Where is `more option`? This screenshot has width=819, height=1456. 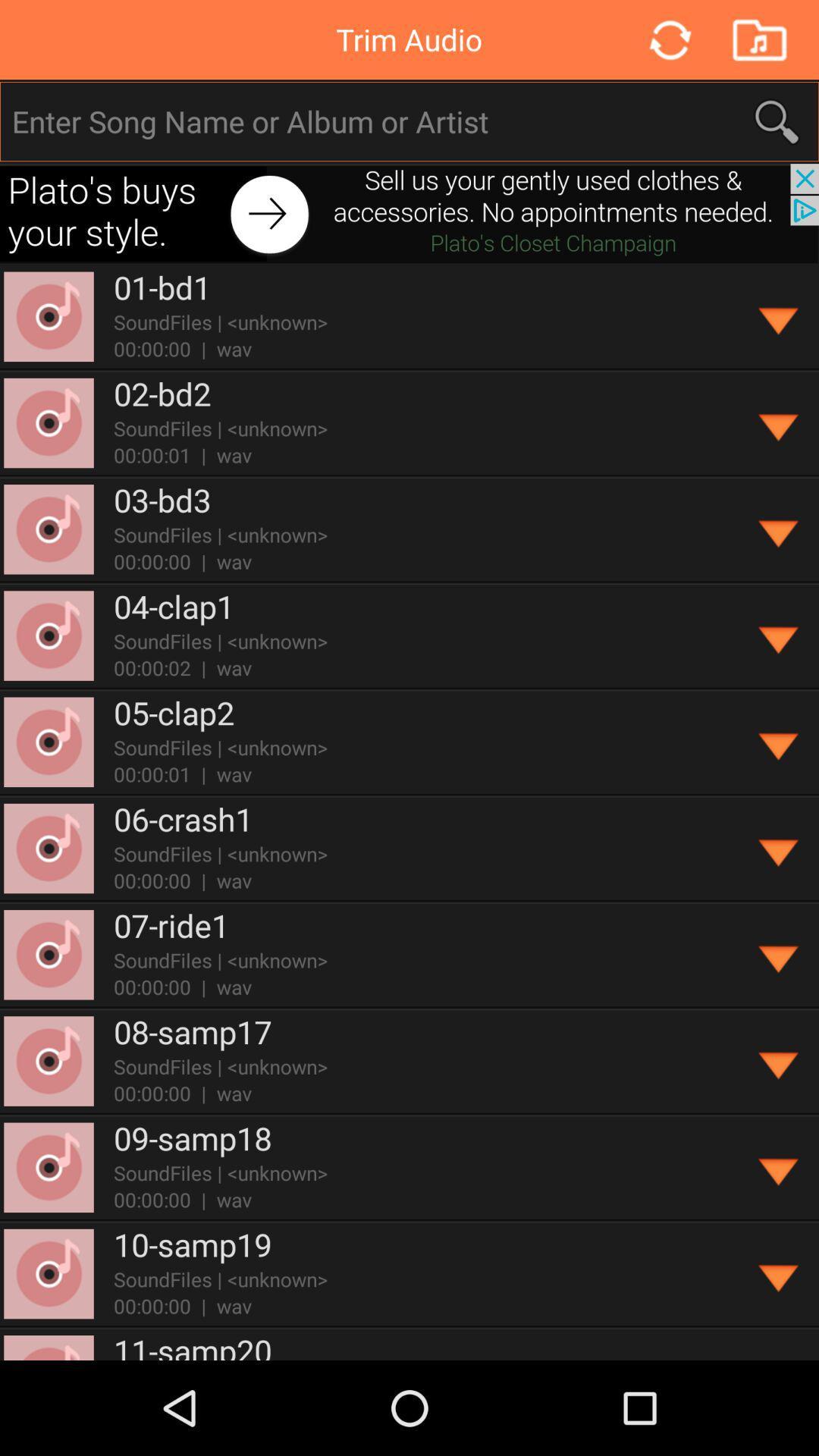
more option is located at coordinates (779, 316).